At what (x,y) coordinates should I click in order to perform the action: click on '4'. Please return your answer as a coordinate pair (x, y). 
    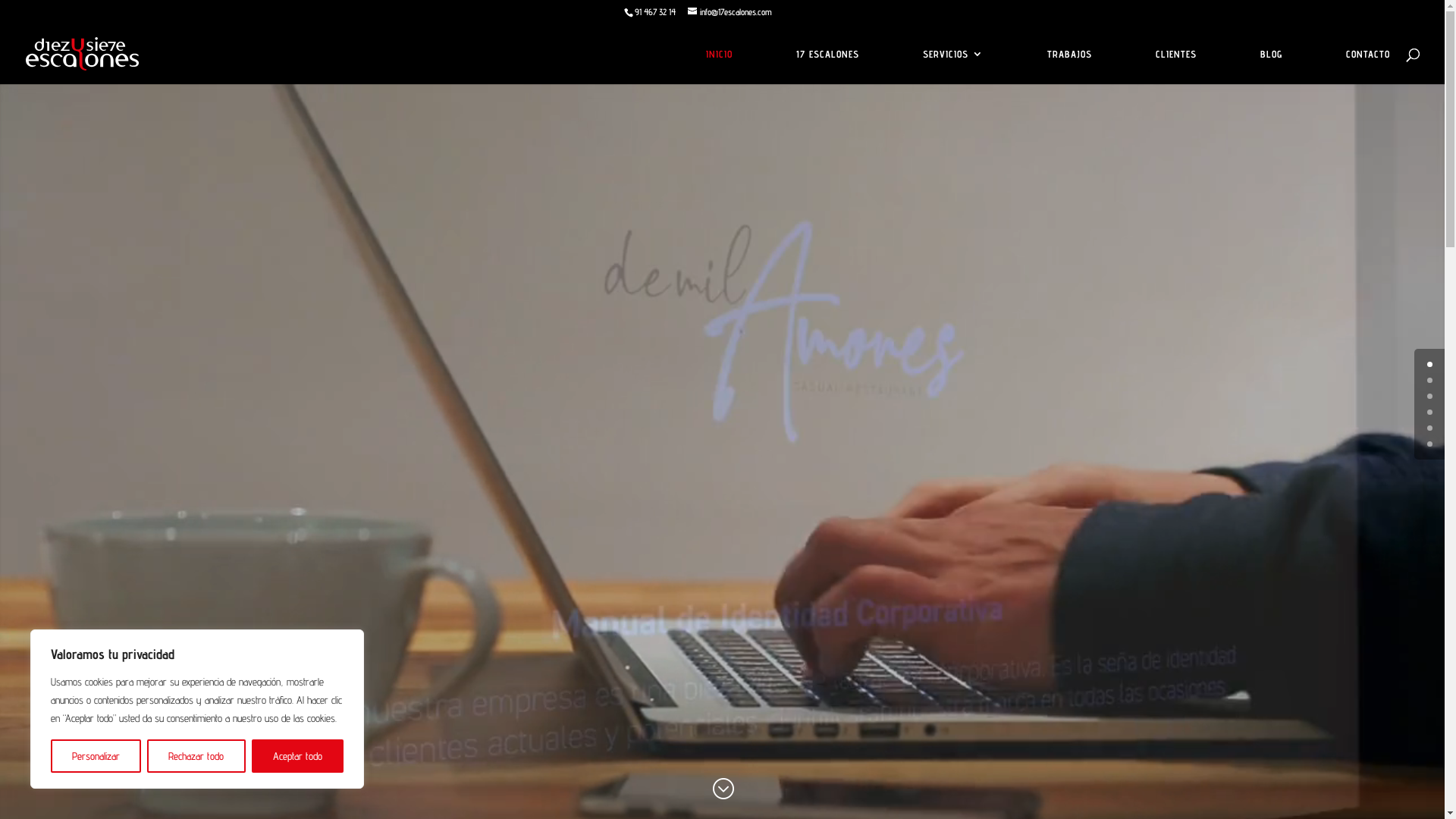
    Looking at the image, I should click on (1429, 428).